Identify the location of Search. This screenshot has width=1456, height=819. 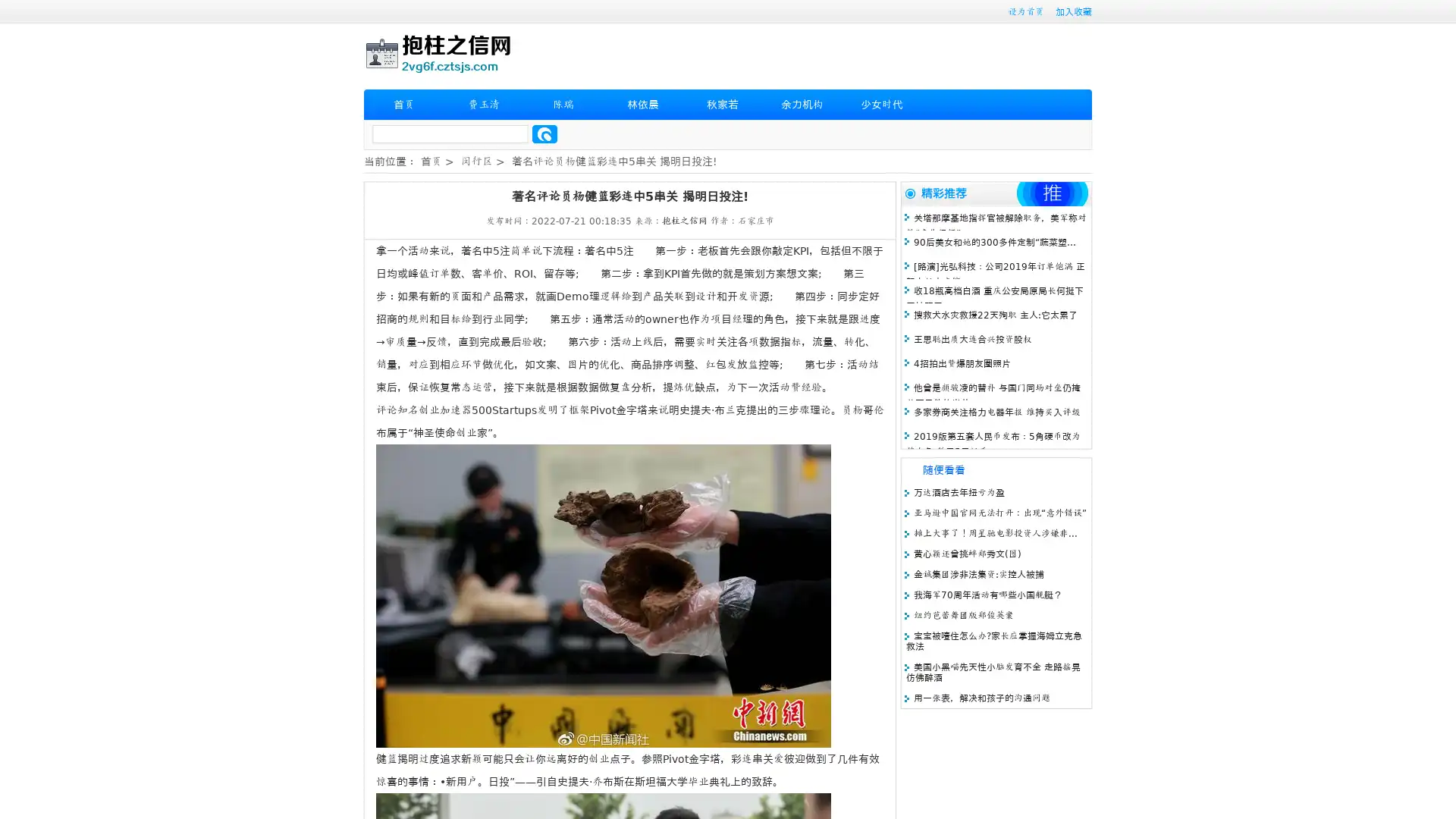
(544, 133).